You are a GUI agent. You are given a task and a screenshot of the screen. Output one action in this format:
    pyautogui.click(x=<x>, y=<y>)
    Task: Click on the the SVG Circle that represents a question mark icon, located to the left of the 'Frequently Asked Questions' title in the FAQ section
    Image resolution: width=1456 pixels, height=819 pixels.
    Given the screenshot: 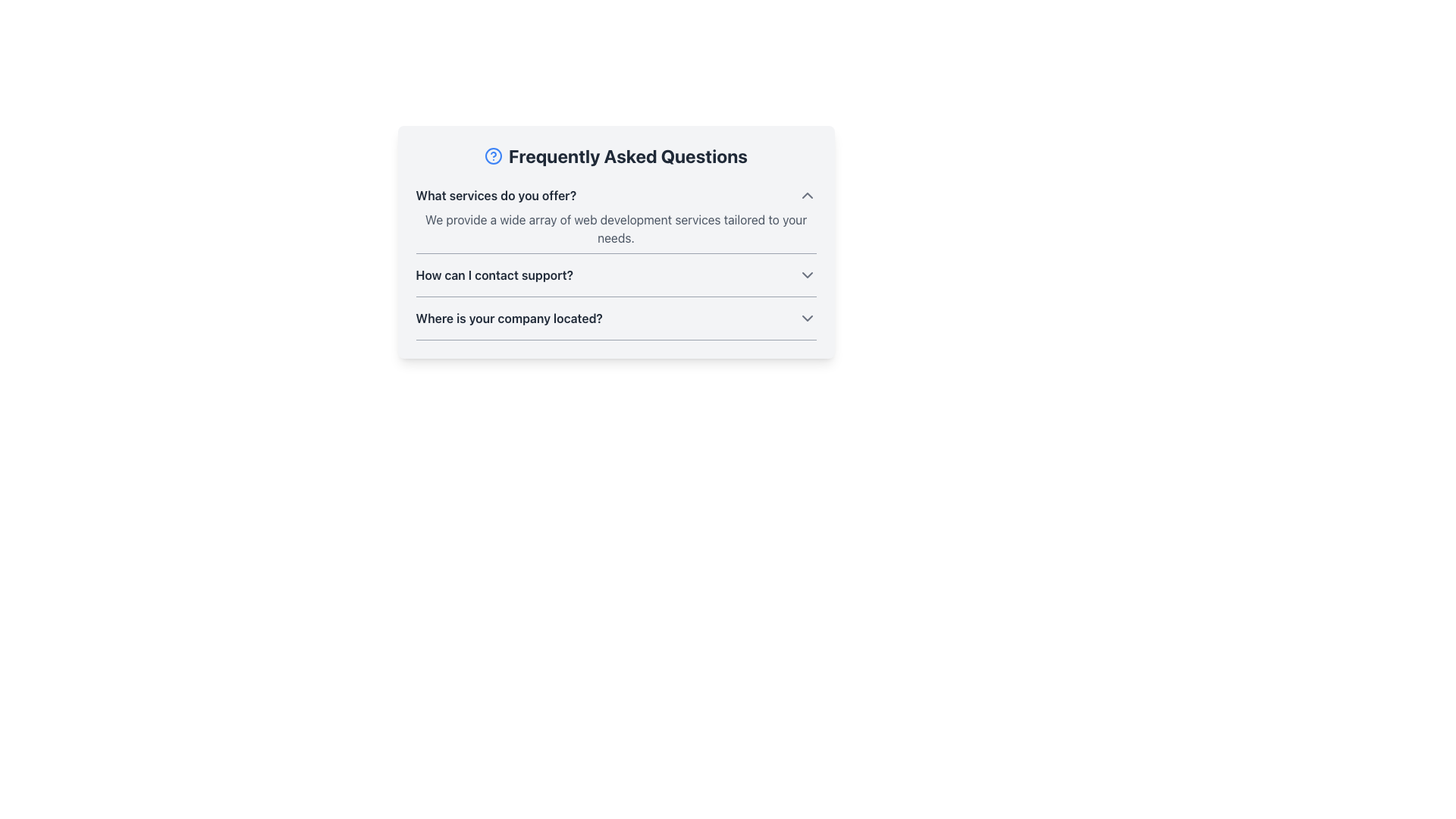 What is the action you would take?
    pyautogui.click(x=494, y=155)
    